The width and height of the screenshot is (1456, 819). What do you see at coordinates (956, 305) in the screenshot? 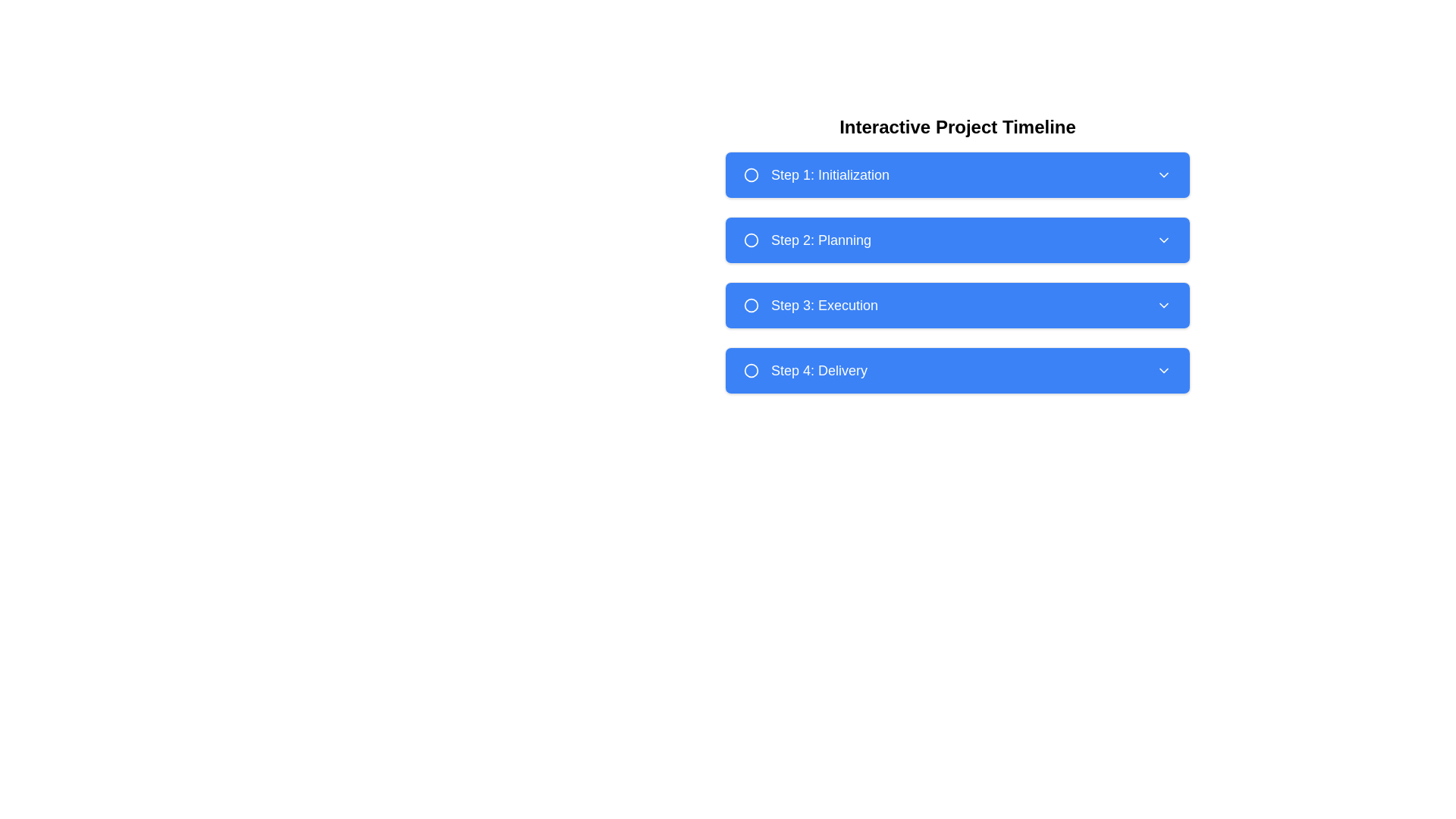
I see `the 'Execution' button, which is the third item in the vertical sequence of buttons in the interactive project timeline` at bounding box center [956, 305].